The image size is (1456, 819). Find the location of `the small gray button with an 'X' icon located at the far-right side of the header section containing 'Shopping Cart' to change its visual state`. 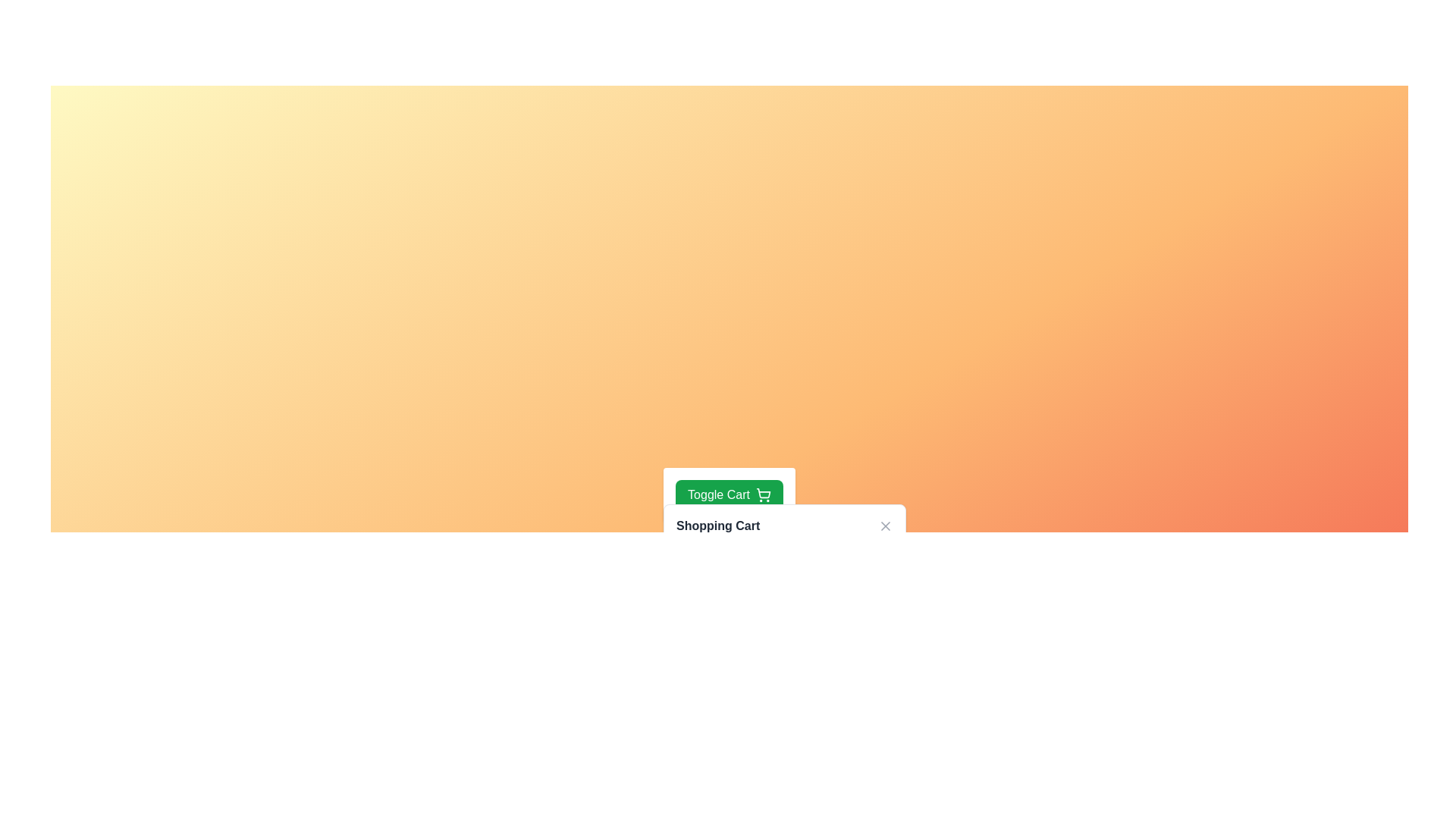

the small gray button with an 'X' icon located at the far-right side of the header section containing 'Shopping Cart' to change its visual state is located at coordinates (886, 526).